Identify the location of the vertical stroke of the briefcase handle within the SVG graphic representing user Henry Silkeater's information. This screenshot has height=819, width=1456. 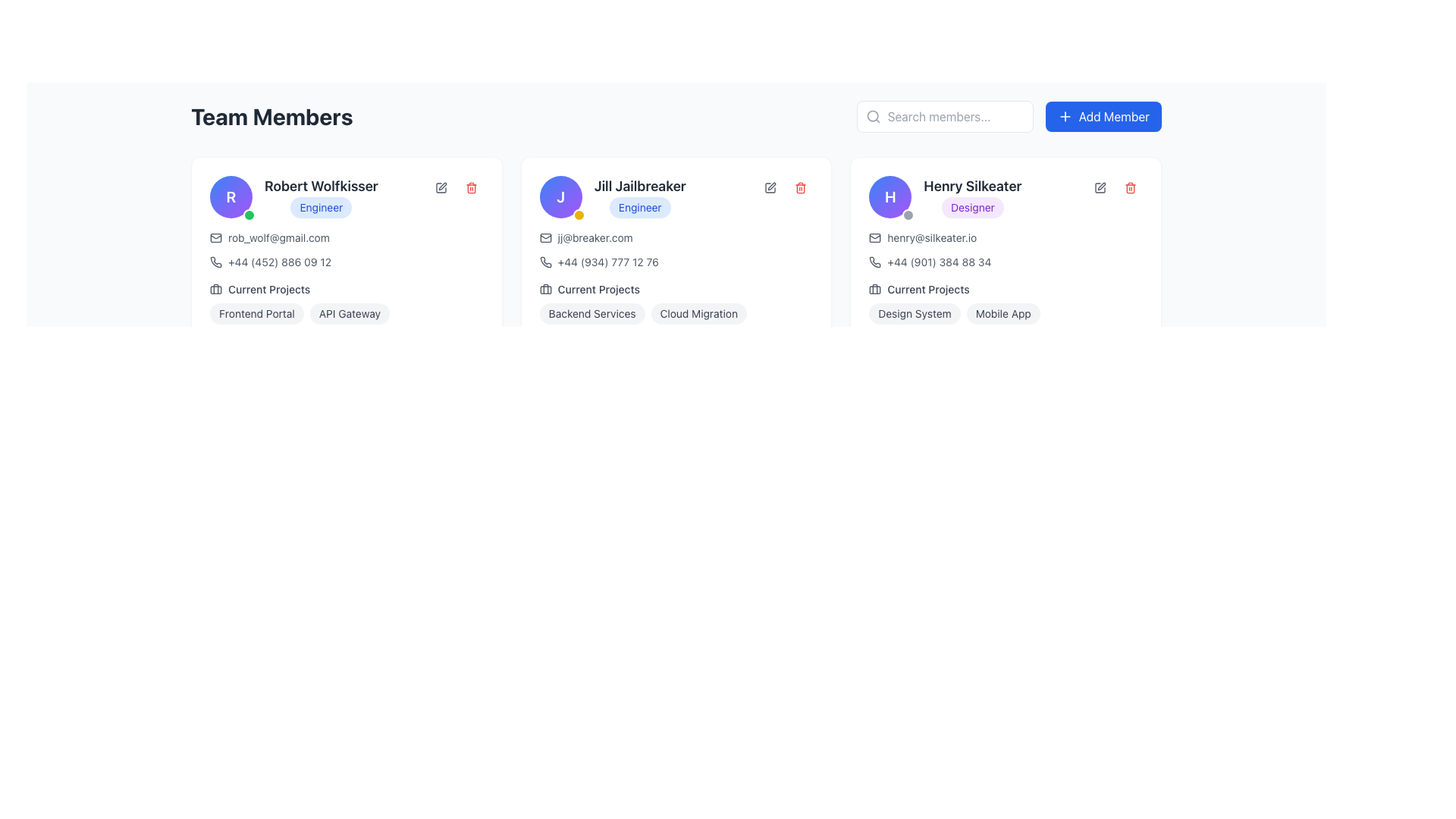
(875, 289).